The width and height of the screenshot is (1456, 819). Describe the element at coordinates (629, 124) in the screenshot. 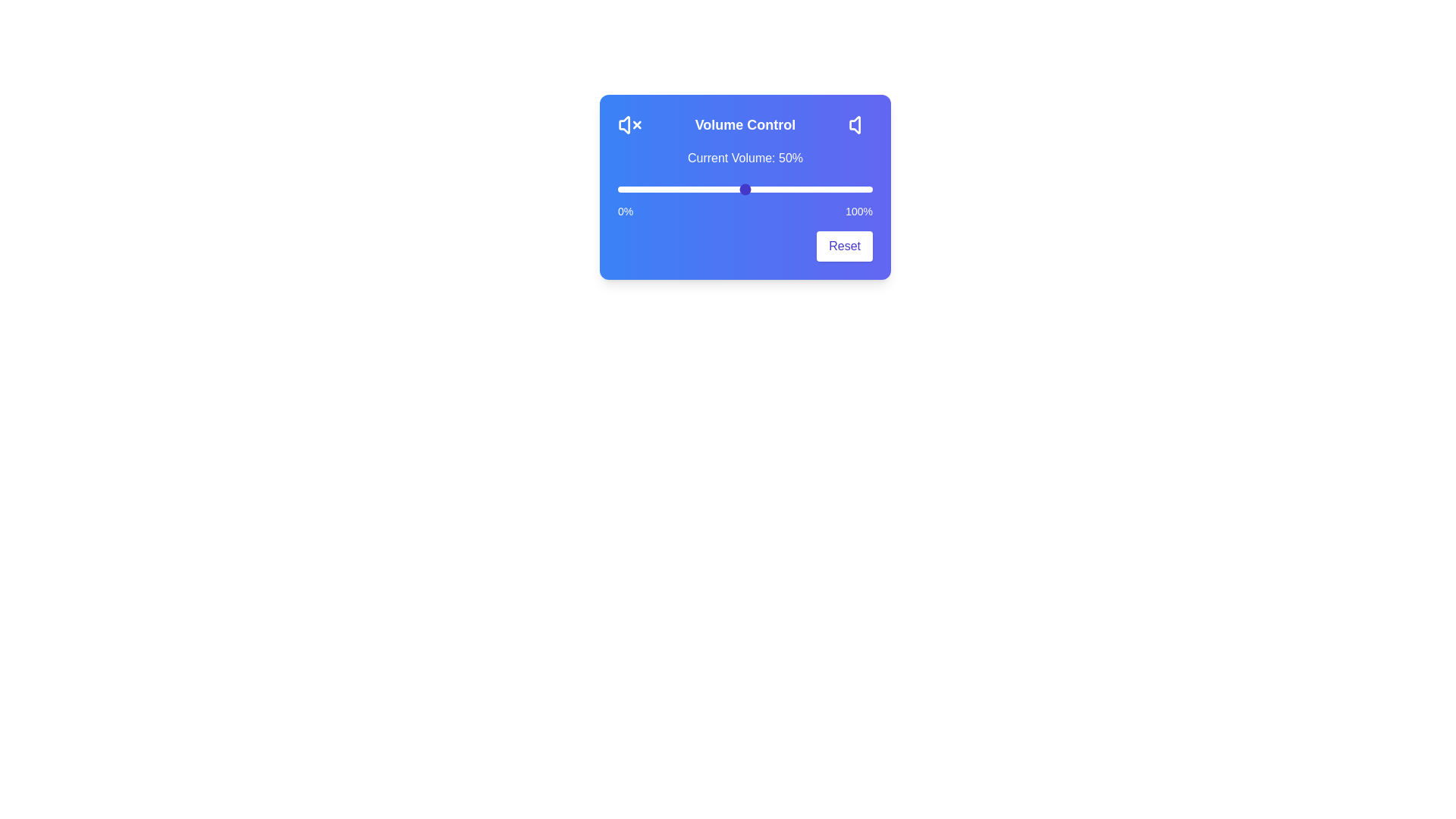

I see `the mute volume icon to mute the sound` at that location.